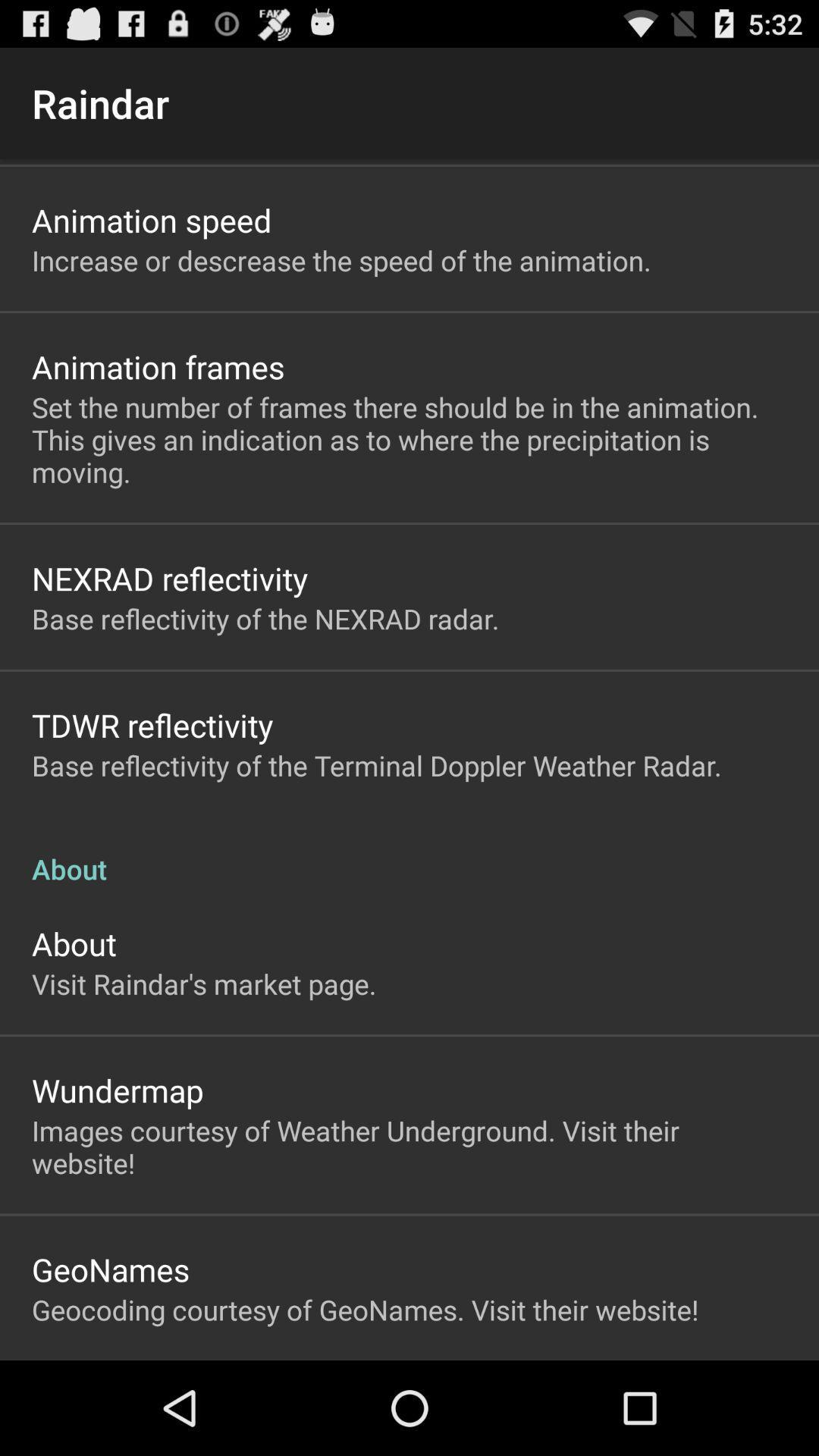  Describe the element at coordinates (203, 984) in the screenshot. I see `icon below the about` at that location.